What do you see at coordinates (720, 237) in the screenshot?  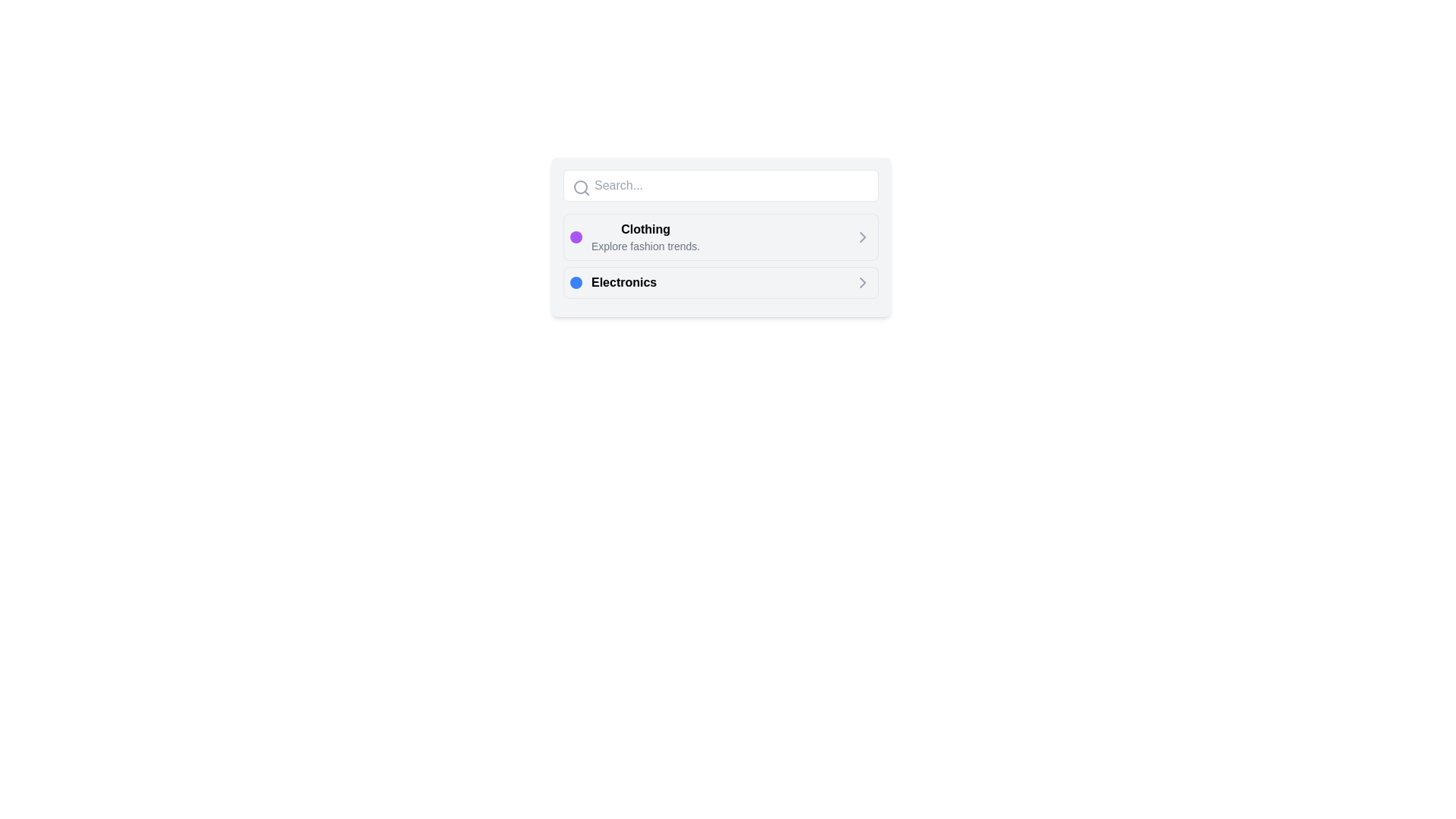 I see `the first clickable list item related to clothing and fashion trends, located under the search bar` at bounding box center [720, 237].